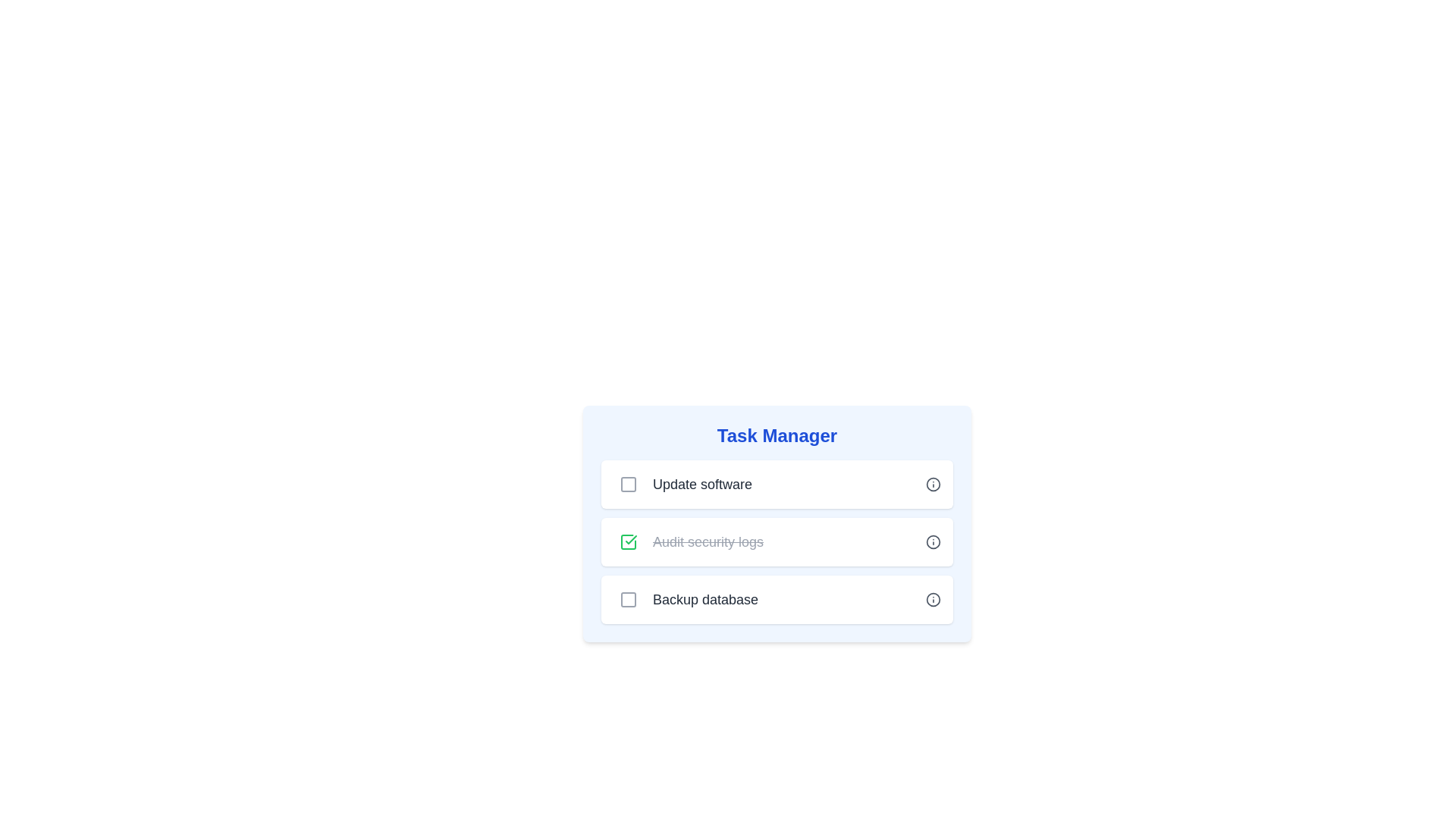  I want to click on the checked status icon located to the left of the 'Audit security logs' label in the 'Task Manager' section, so click(631, 539).